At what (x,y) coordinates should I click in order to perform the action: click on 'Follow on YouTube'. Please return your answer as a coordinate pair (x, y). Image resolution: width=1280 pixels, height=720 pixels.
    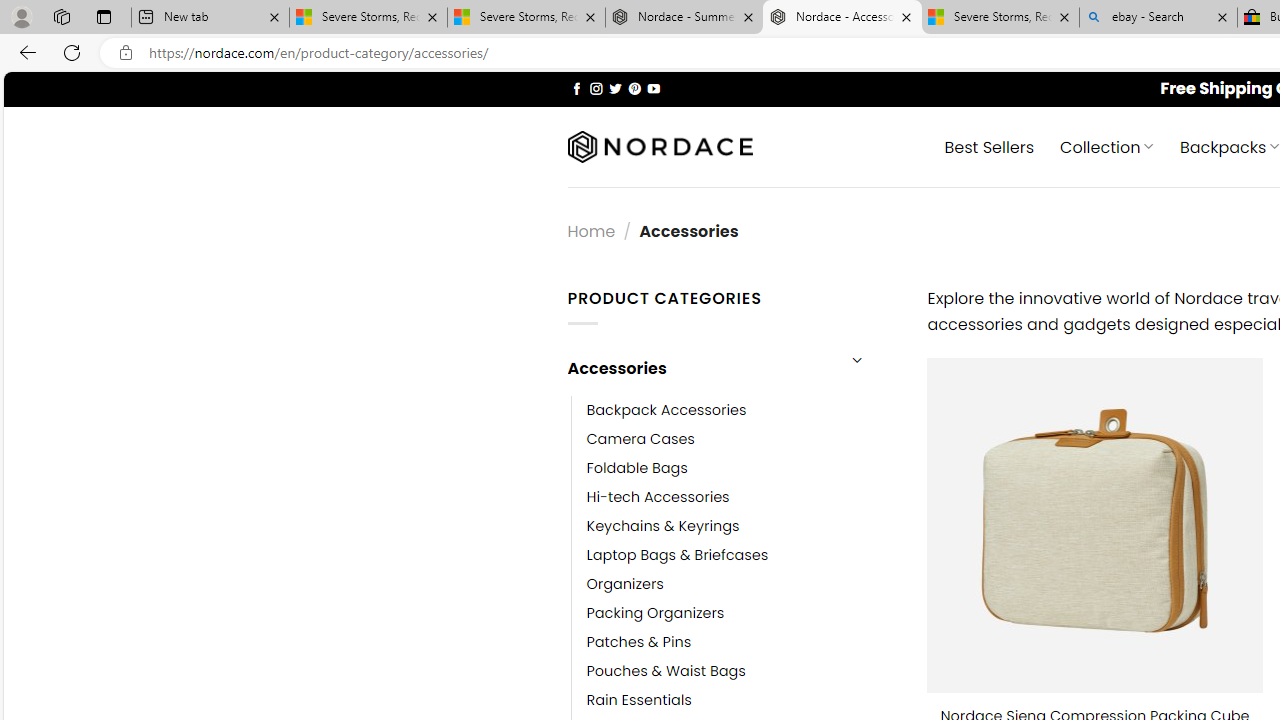
    Looking at the image, I should click on (653, 87).